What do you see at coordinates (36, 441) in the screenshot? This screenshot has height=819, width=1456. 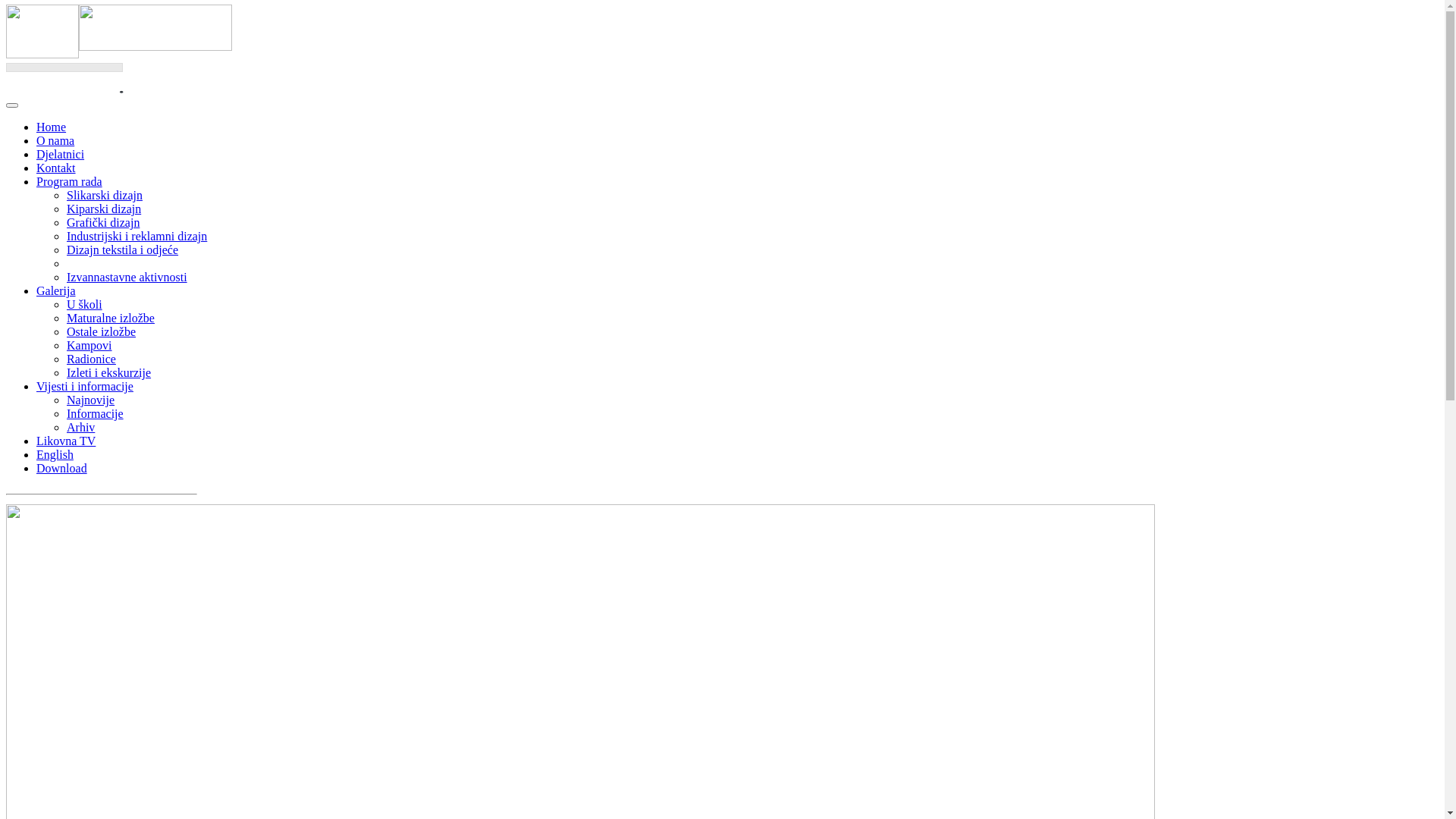 I see `'Likovna TV'` at bounding box center [36, 441].